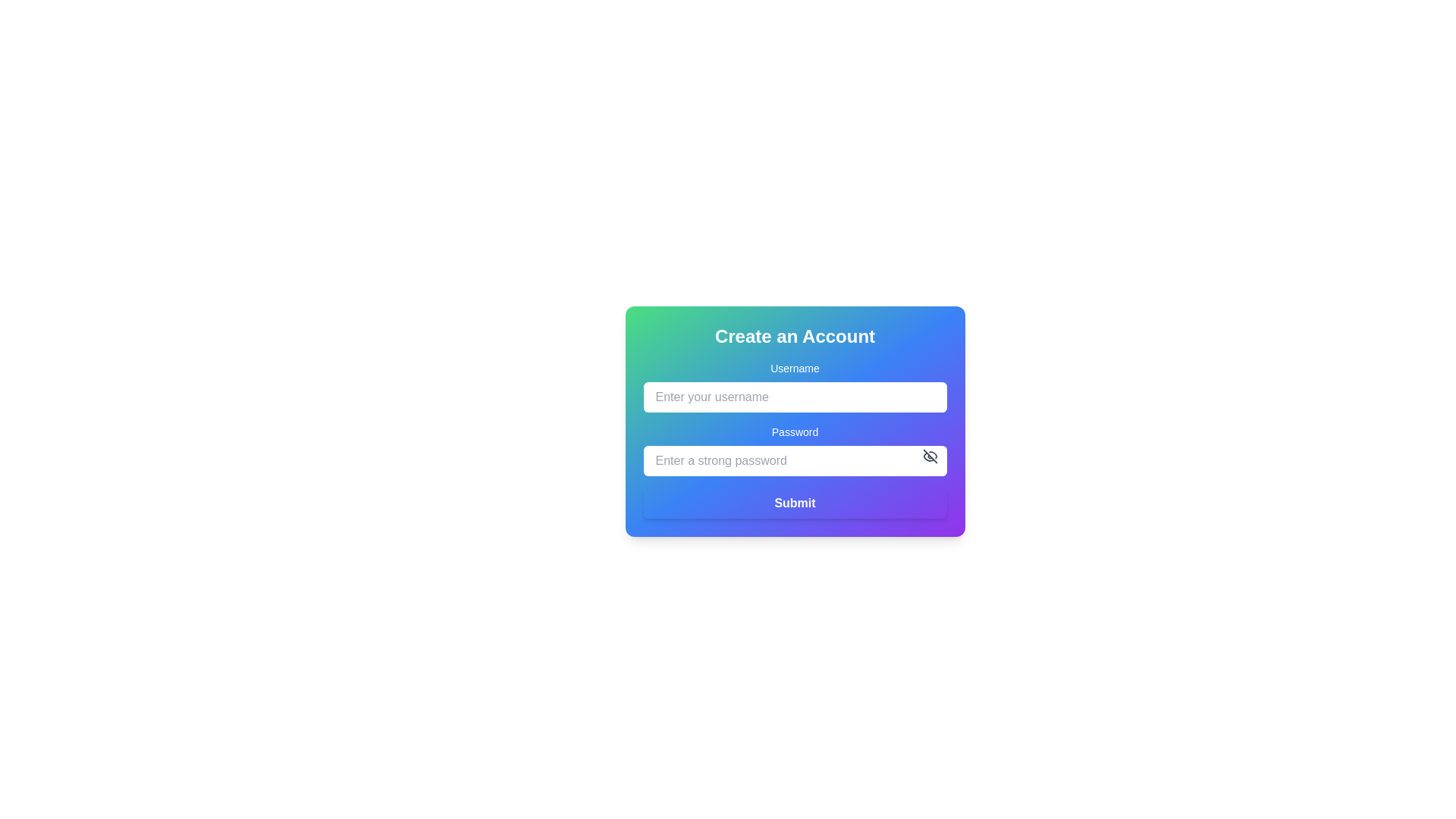 This screenshot has height=819, width=1456. What do you see at coordinates (929, 455) in the screenshot?
I see `the slashed-eye icon representing the visibility toggle located on the right side of the password input field` at bounding box center [929, 455].